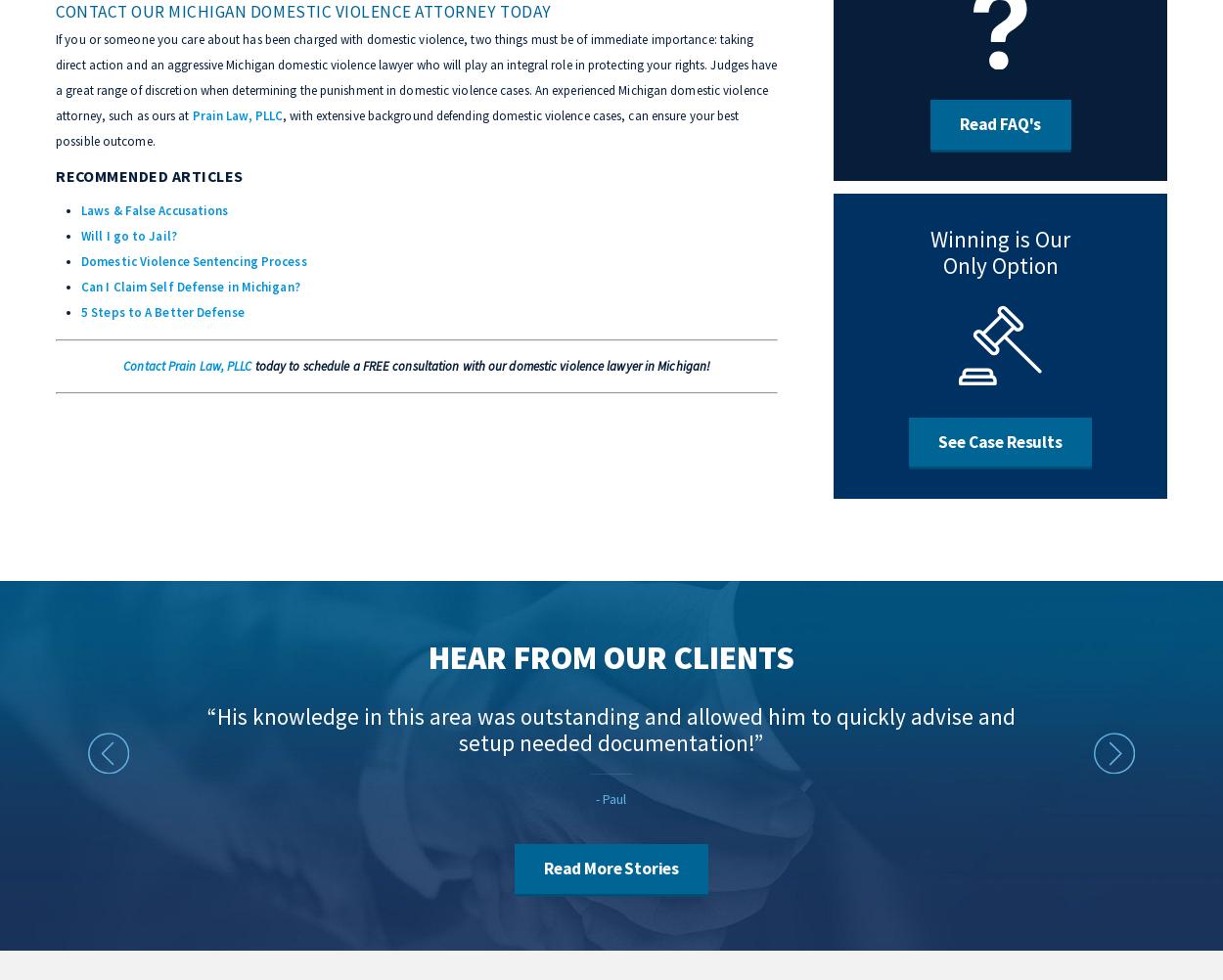  I want to click on 'Only Option', so click(1000, 264).